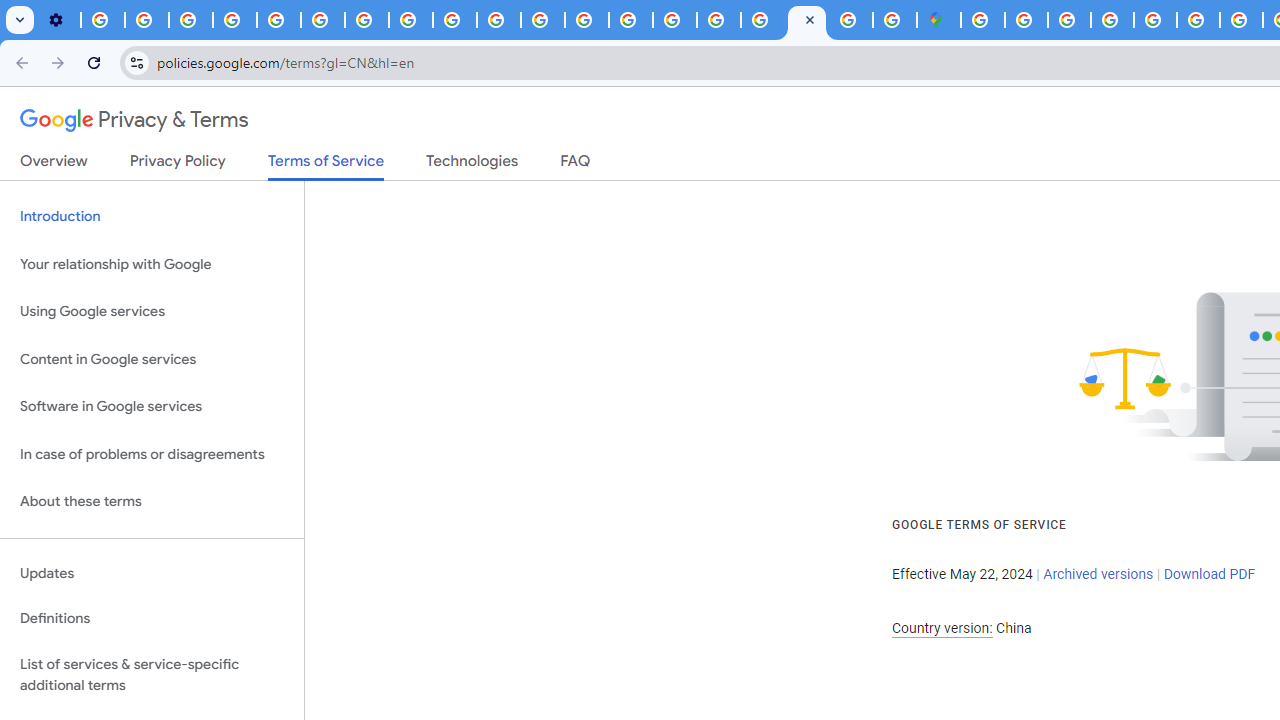  I want to click on 'Technologies', so click(471, 164).